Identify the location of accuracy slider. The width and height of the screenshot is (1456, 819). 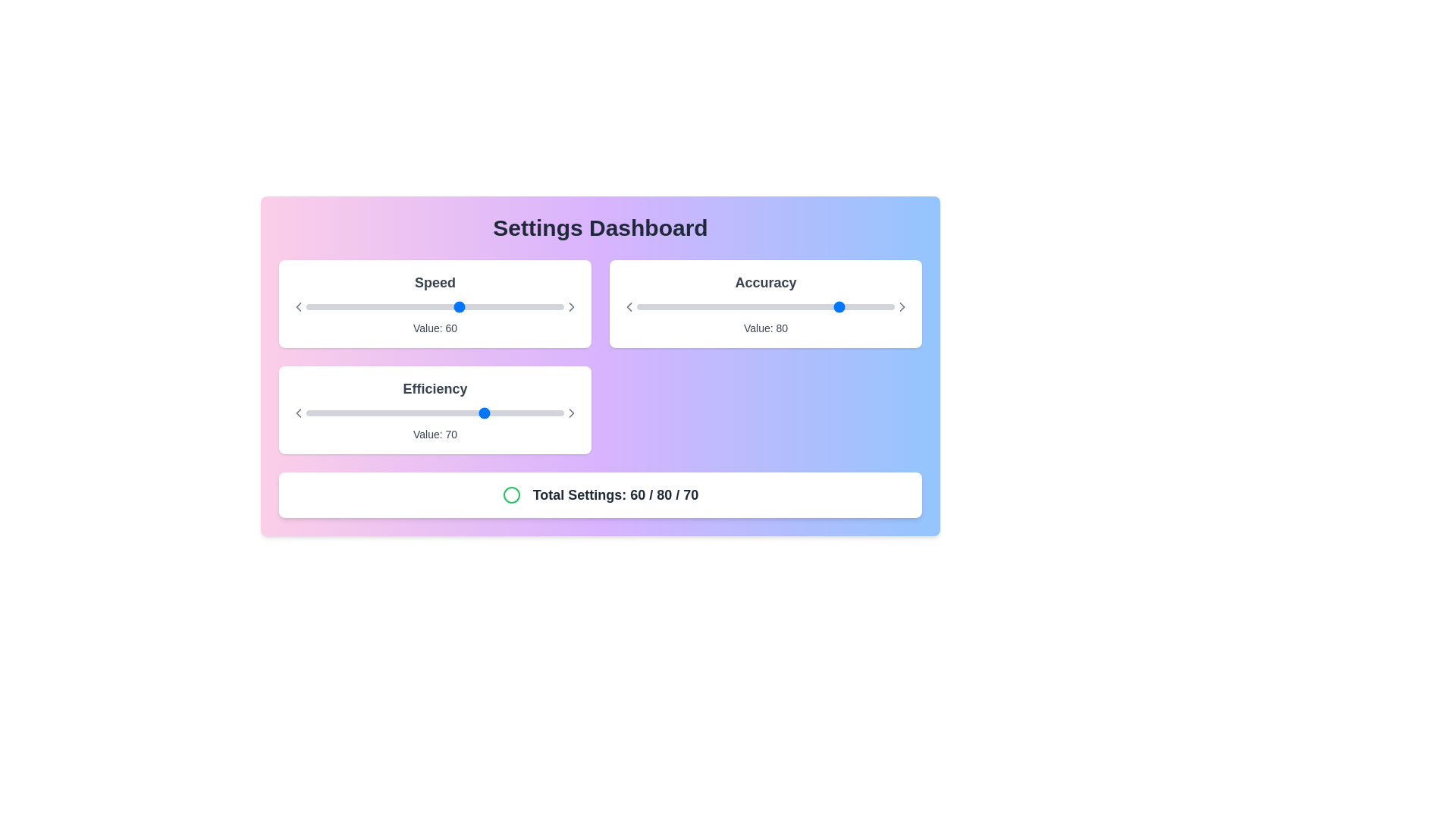
(879, 307).